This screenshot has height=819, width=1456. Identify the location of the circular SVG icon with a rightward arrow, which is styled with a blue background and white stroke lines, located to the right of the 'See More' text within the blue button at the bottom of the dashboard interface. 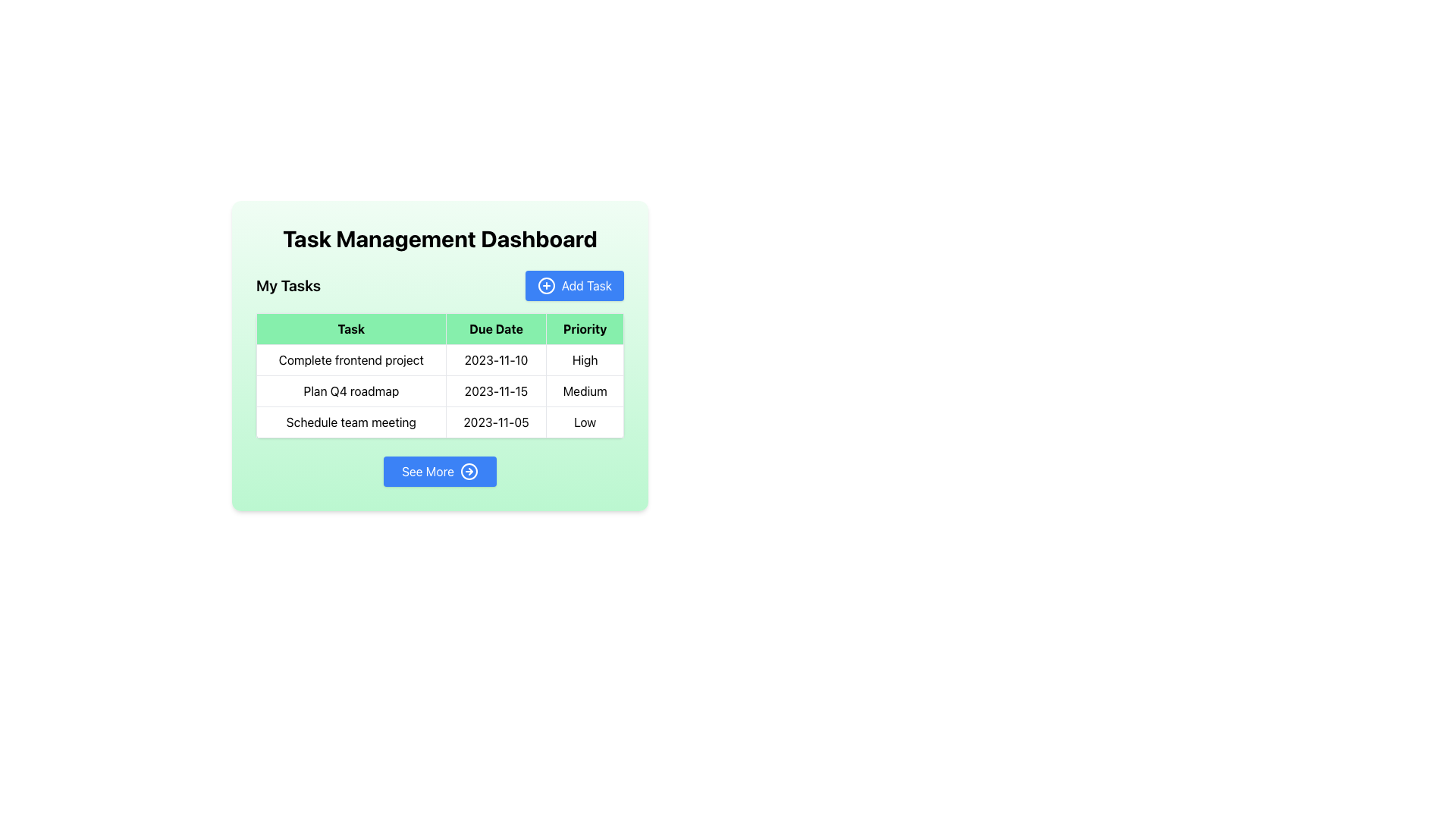
(469, 470).